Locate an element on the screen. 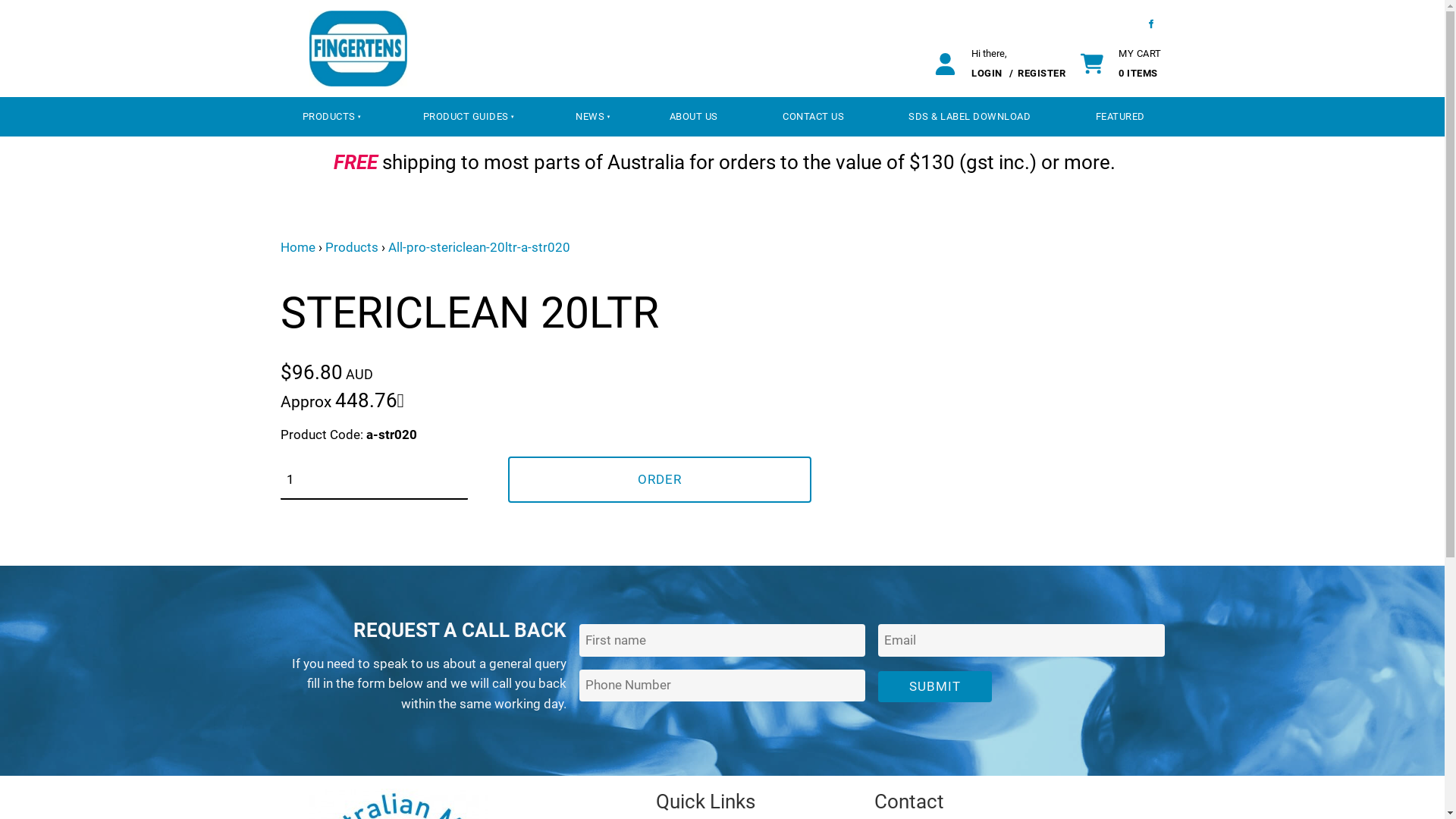 The height and width of the screenshot is (819, 1456). 'Products' is located at coordinates (350, 246).